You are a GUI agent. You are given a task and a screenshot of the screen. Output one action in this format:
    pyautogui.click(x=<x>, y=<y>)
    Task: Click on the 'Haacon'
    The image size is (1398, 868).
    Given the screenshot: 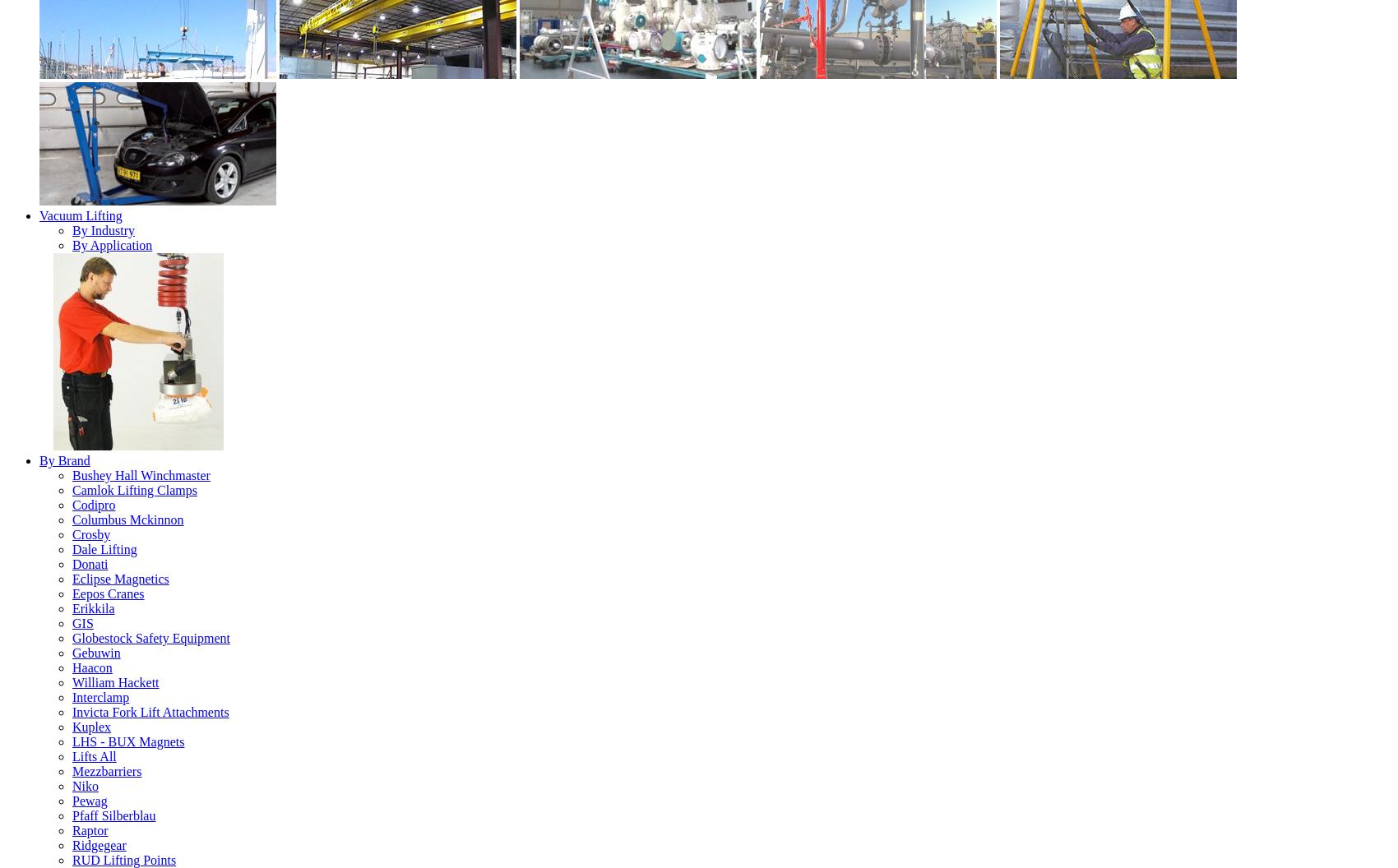 What is the action you would take?
    pyautogui.click(x=91, y=667)
    